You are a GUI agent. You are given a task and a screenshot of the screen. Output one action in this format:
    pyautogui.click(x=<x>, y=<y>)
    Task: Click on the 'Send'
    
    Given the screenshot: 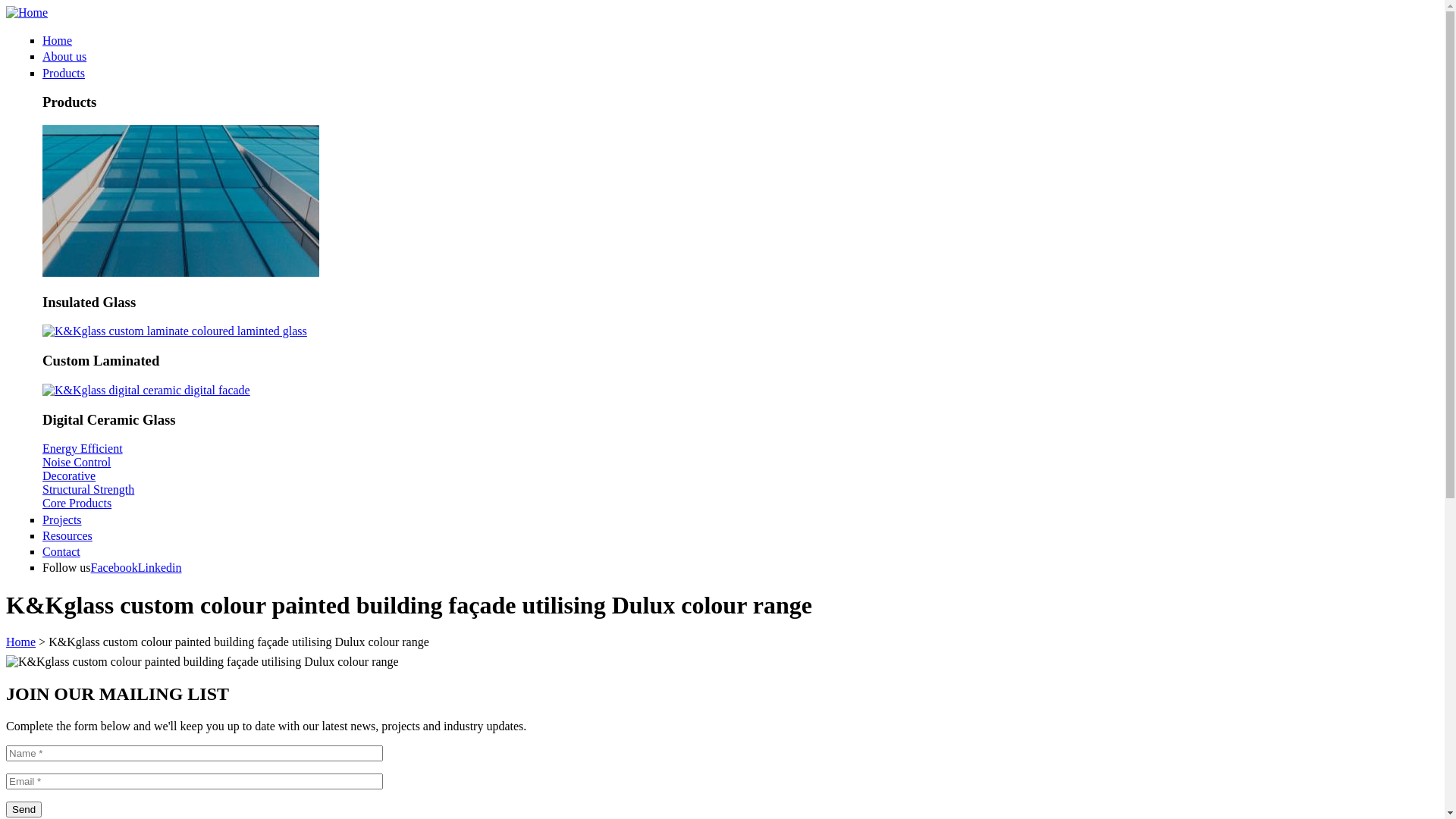 What is the action you would take?
    pyautogui.click(x=24, y=808)
    